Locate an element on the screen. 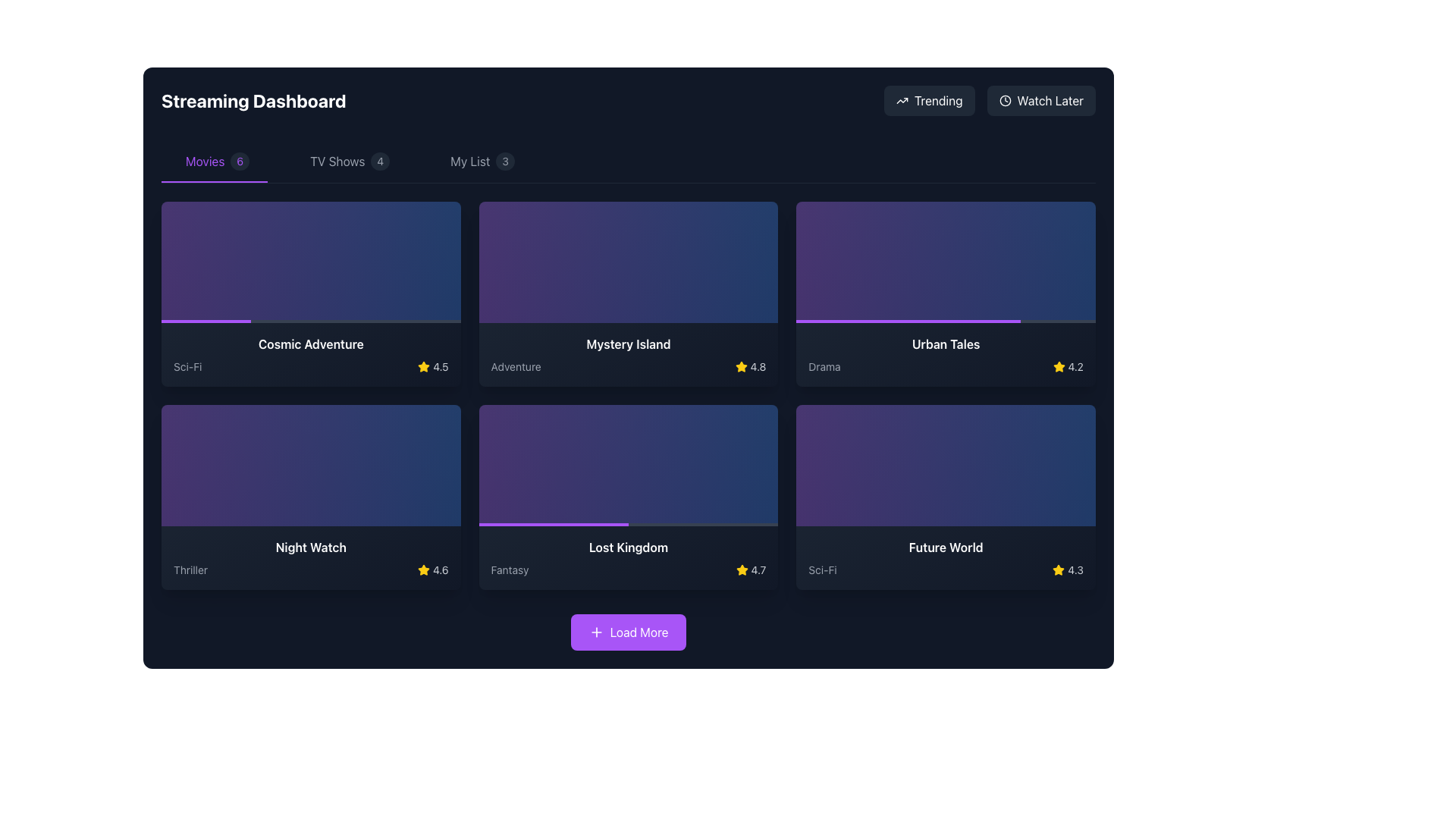  the 'My List' navigation link, which is the third option in the horizontal menu is located at coordinates (482, 161).